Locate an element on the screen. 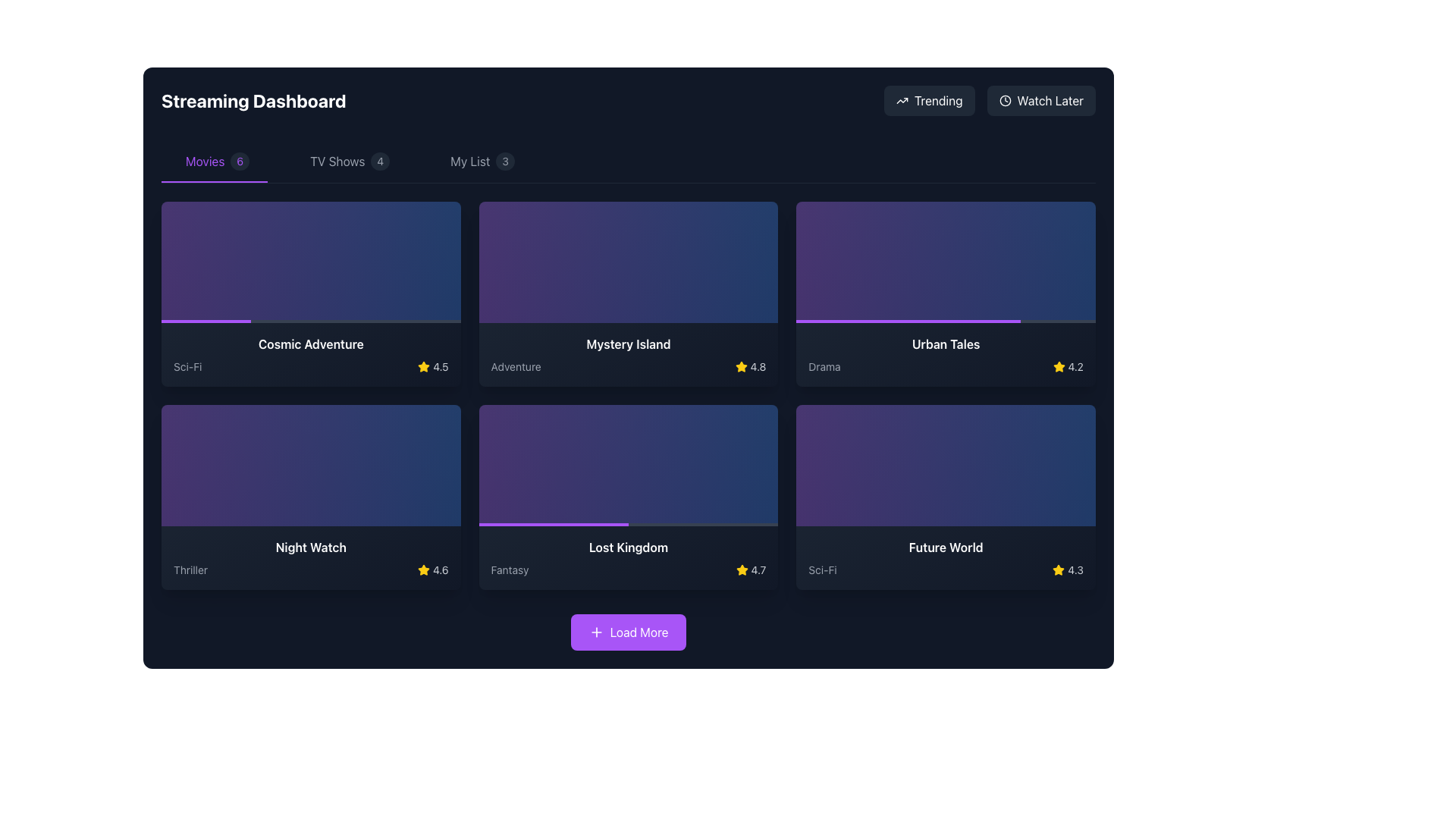  the 'My List' navigation link, which is the third option in the horizontal menu is located at coordinates (482, 161).